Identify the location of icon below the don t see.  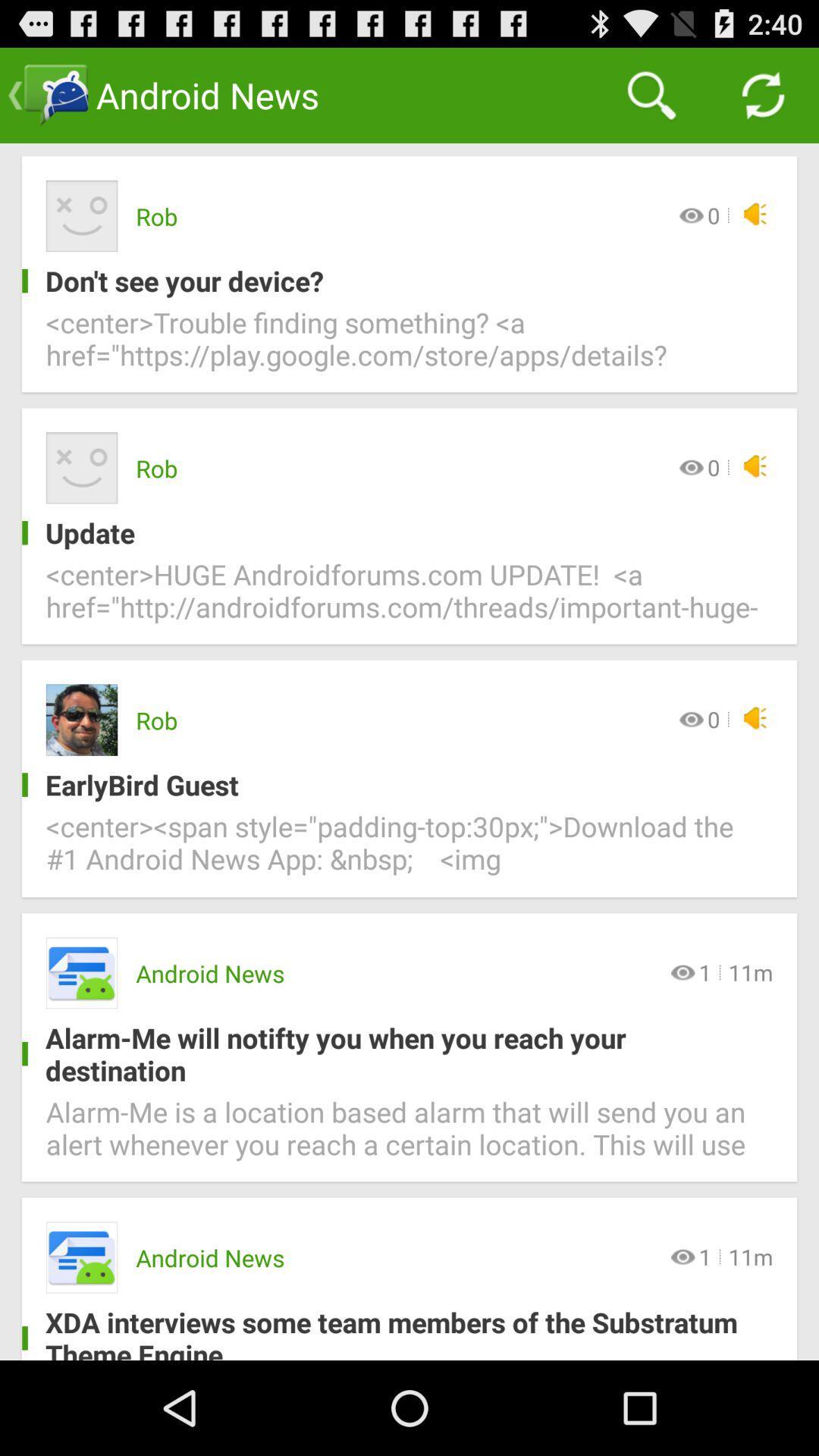
(409, 347).